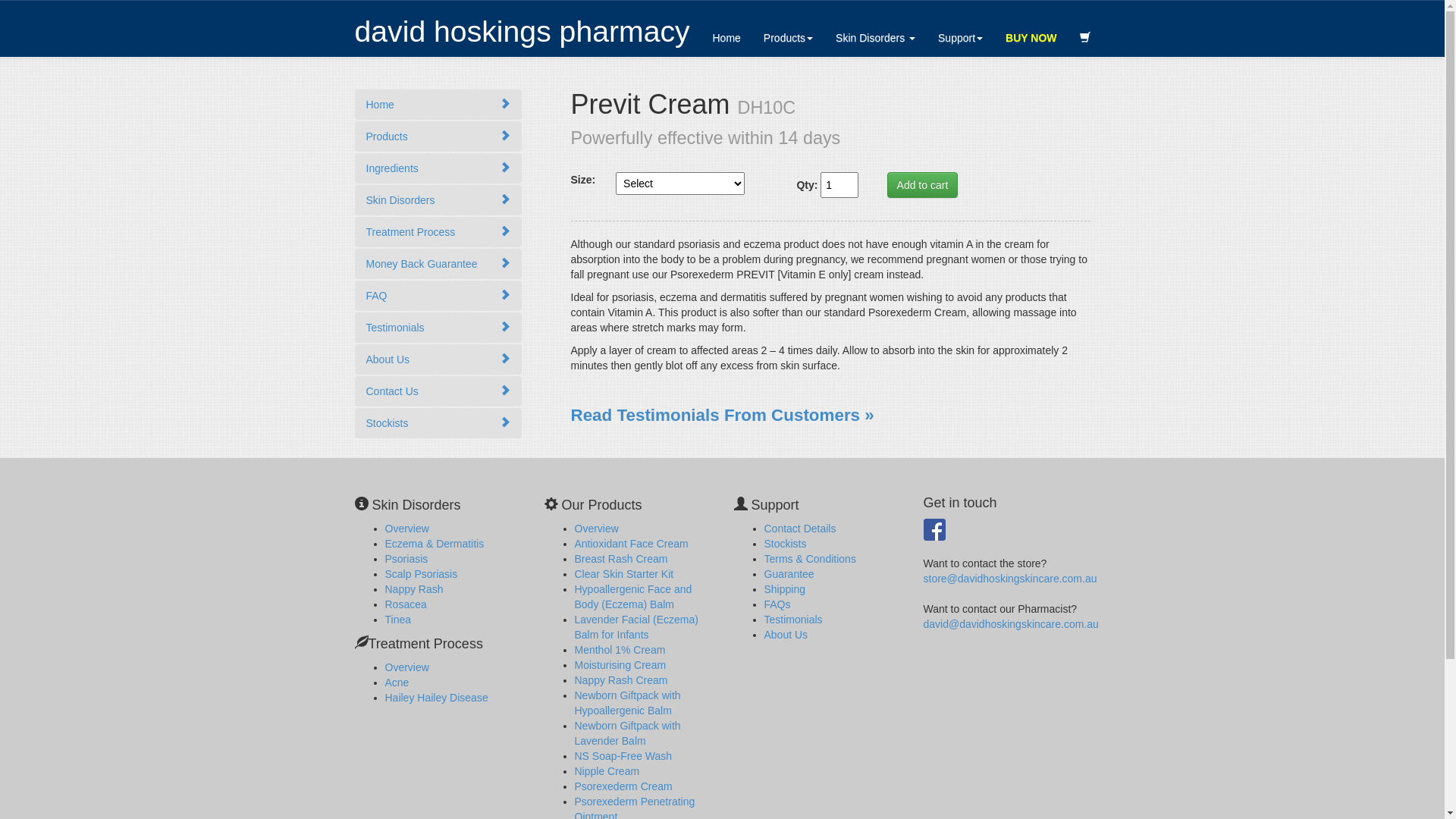 The width and height of the screenshot is (1456, 819). Describe the element at coordinates (414, 588) in the screenshot. I see `'Nappy Rash'` at that location.